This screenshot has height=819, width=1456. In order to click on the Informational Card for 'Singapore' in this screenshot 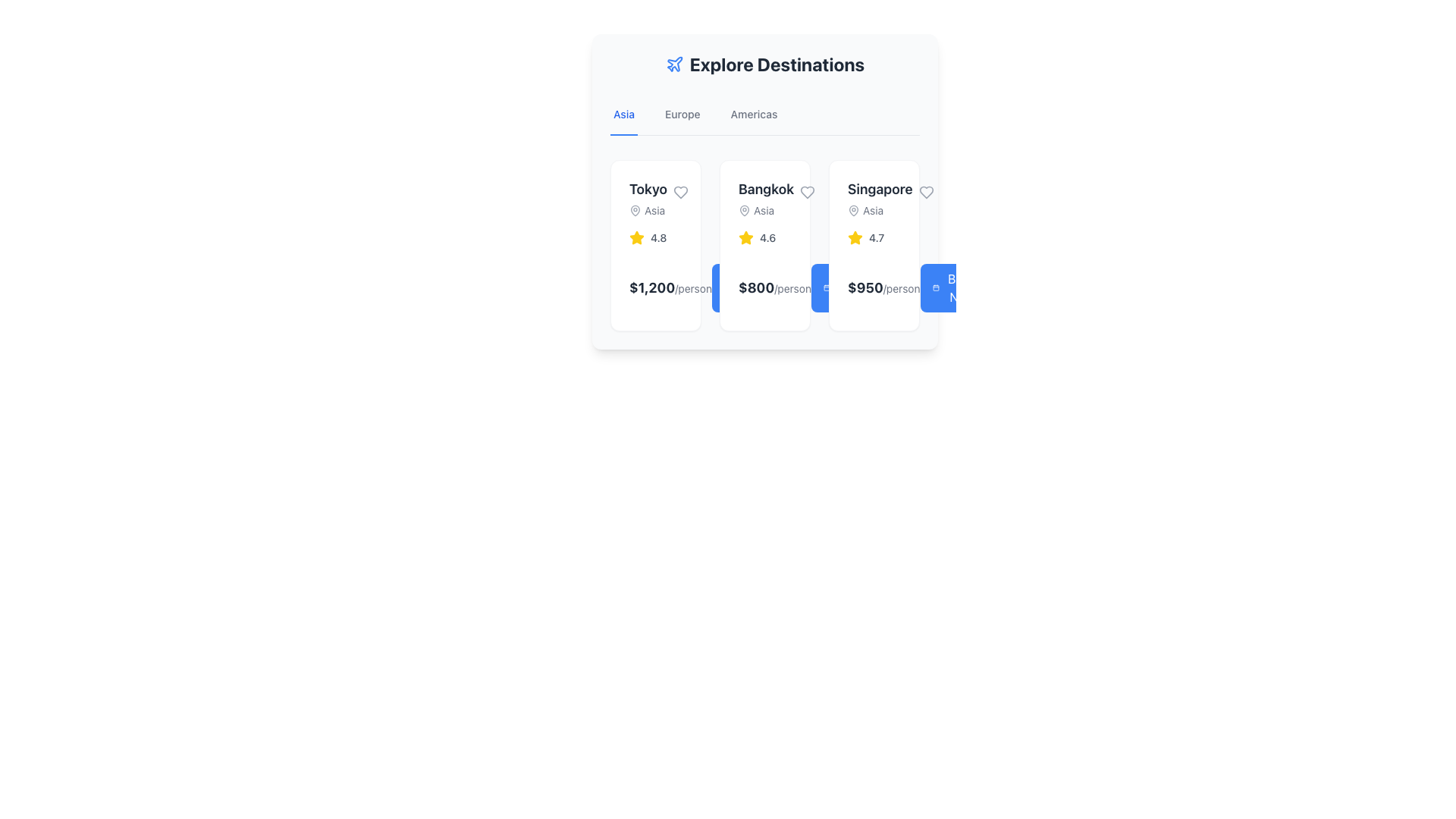, I will do `click(874, 245)`.